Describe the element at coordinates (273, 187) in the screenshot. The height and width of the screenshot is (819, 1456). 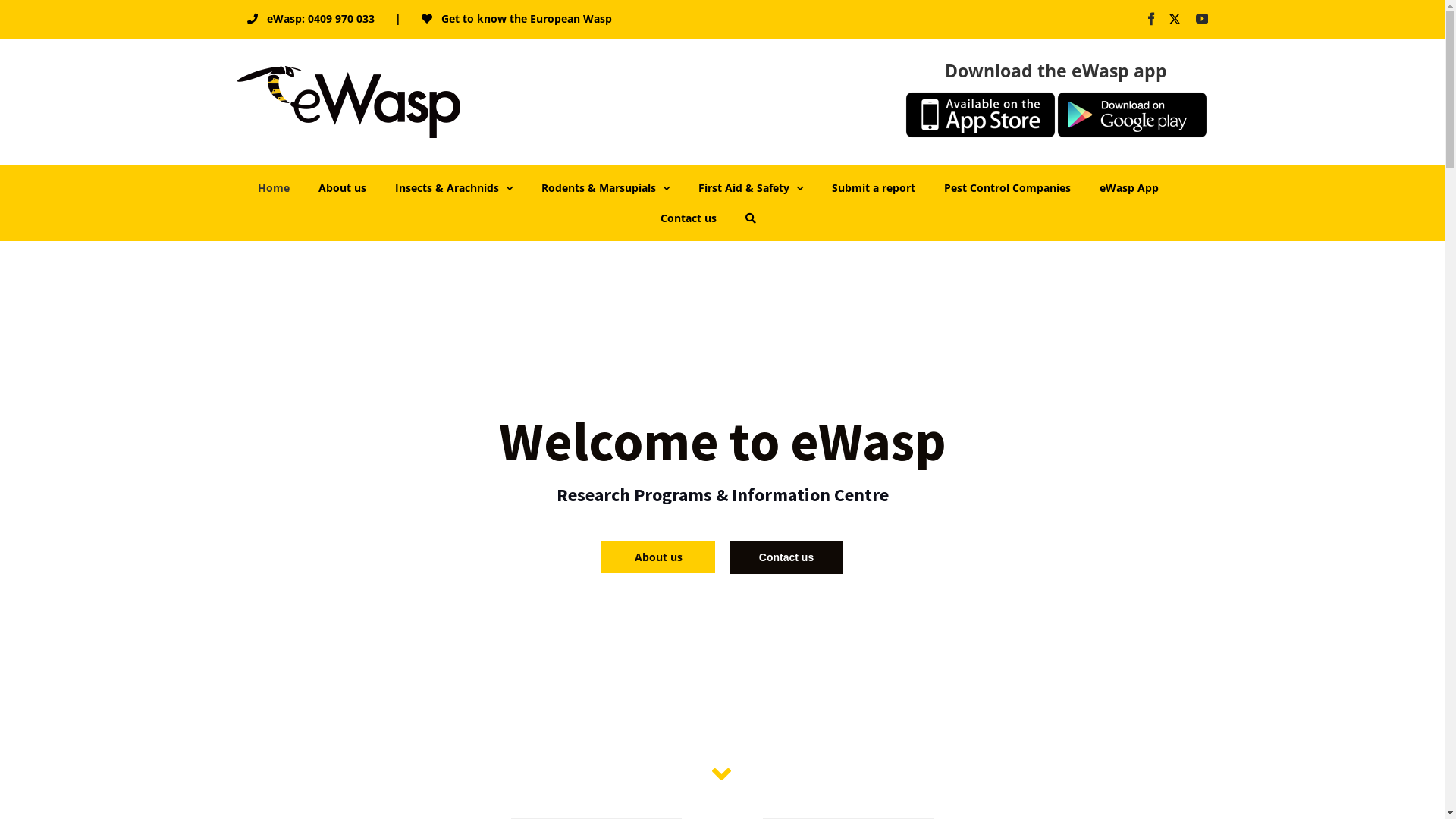
I see `'Home'` at that location.